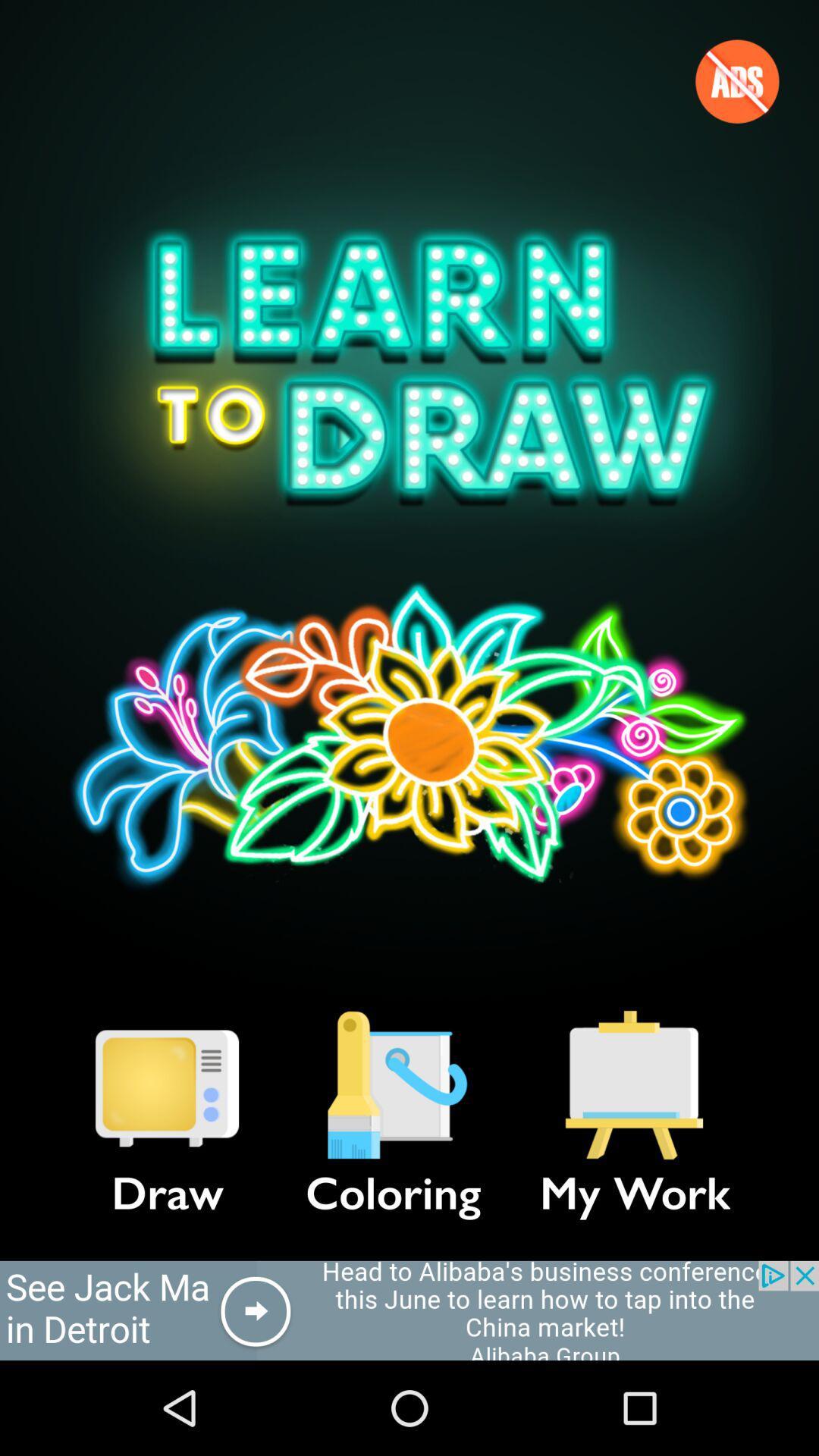 This screenshot has height=1456, width=819. Describe the element at coordinates (167, 1084) in the screenshot. I see `the icon to the left of coloring` at that location.